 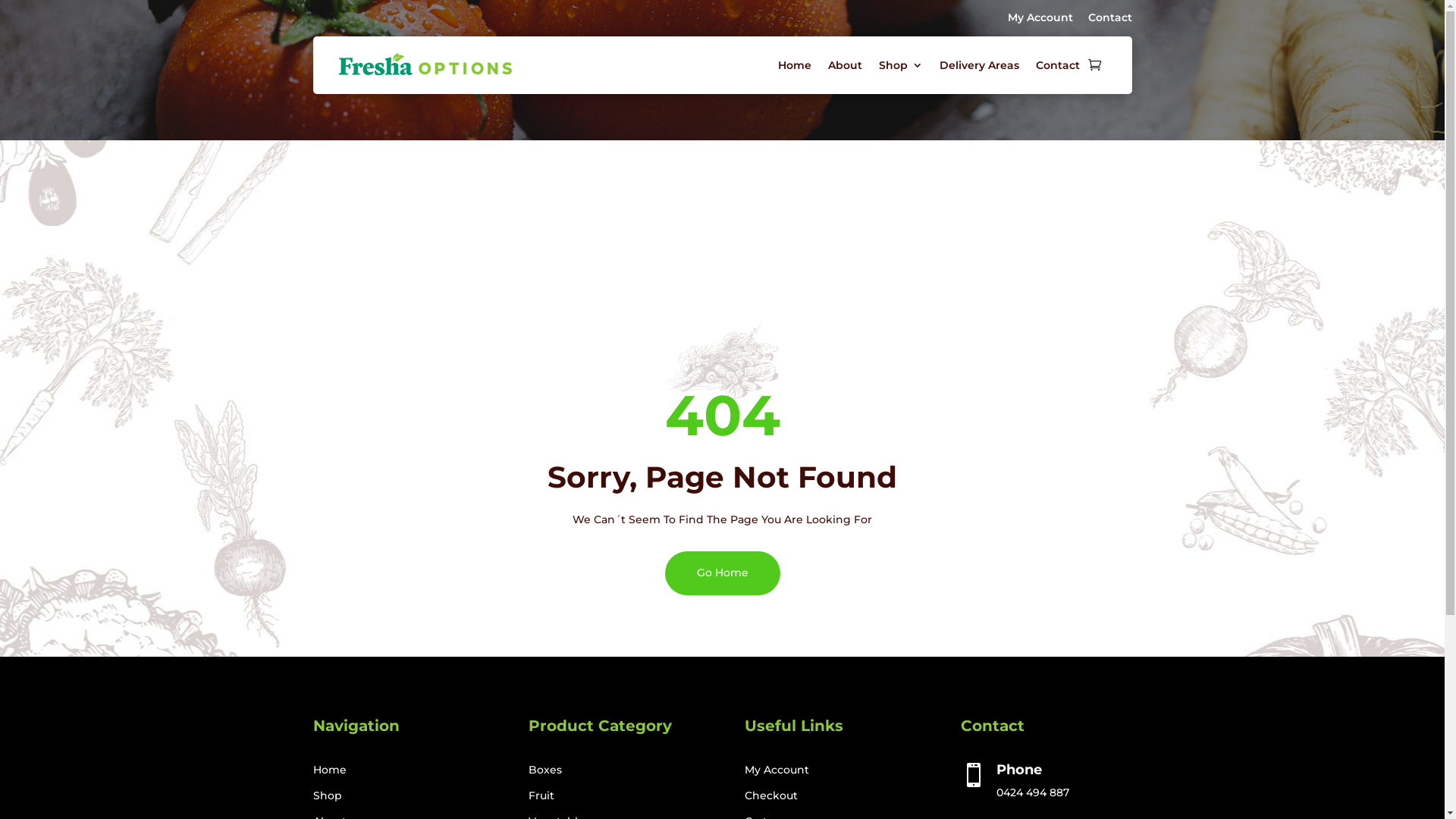 What do you see at coordinates (1039, 17) in the screenshot?
I see `'My Account'` at bounding box center [1039, 17].